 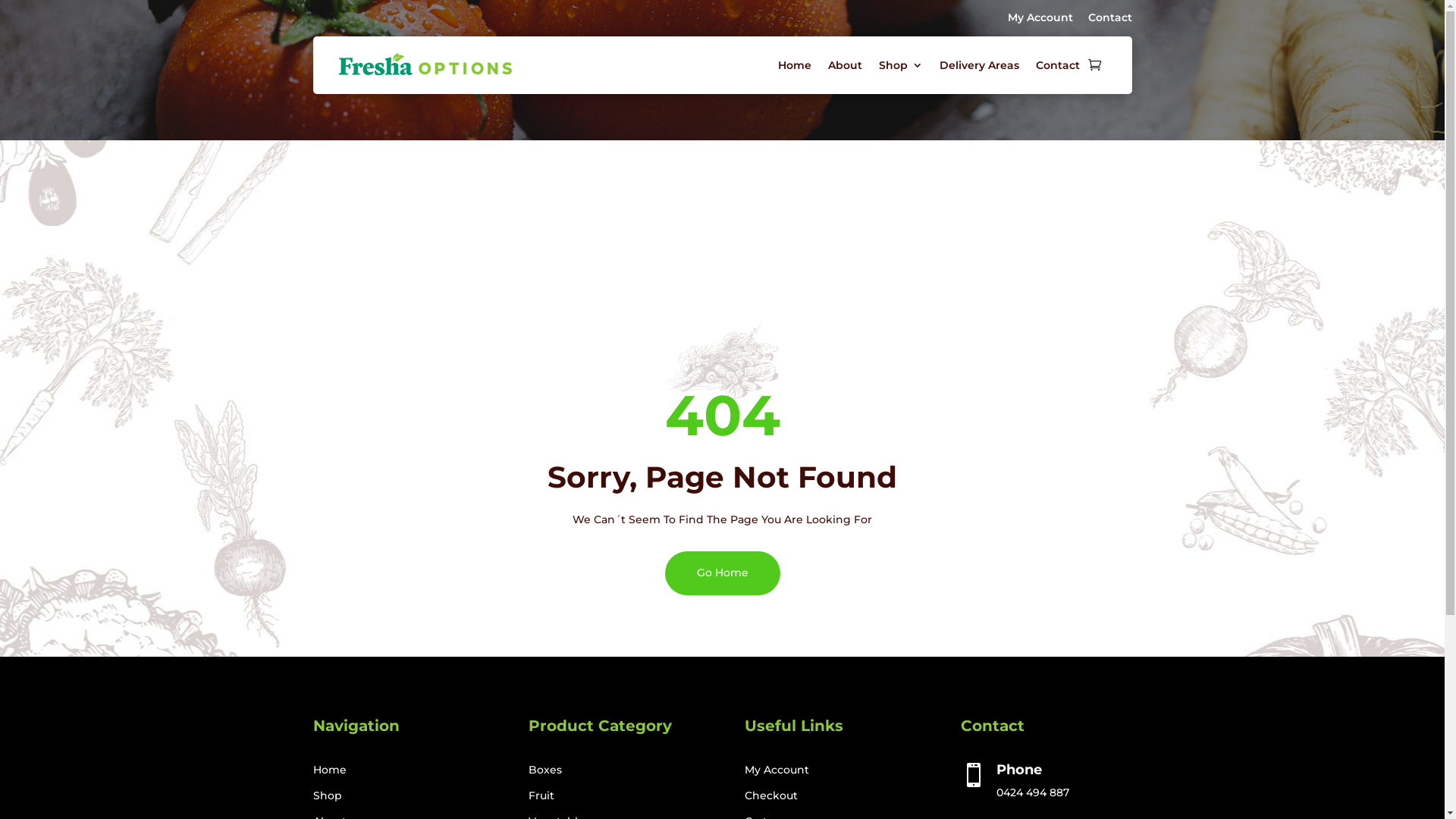 What do you see at coordinates (1039, 17) in the screenshot?
I see `'My Account'` at bounding box center [1039, 17].